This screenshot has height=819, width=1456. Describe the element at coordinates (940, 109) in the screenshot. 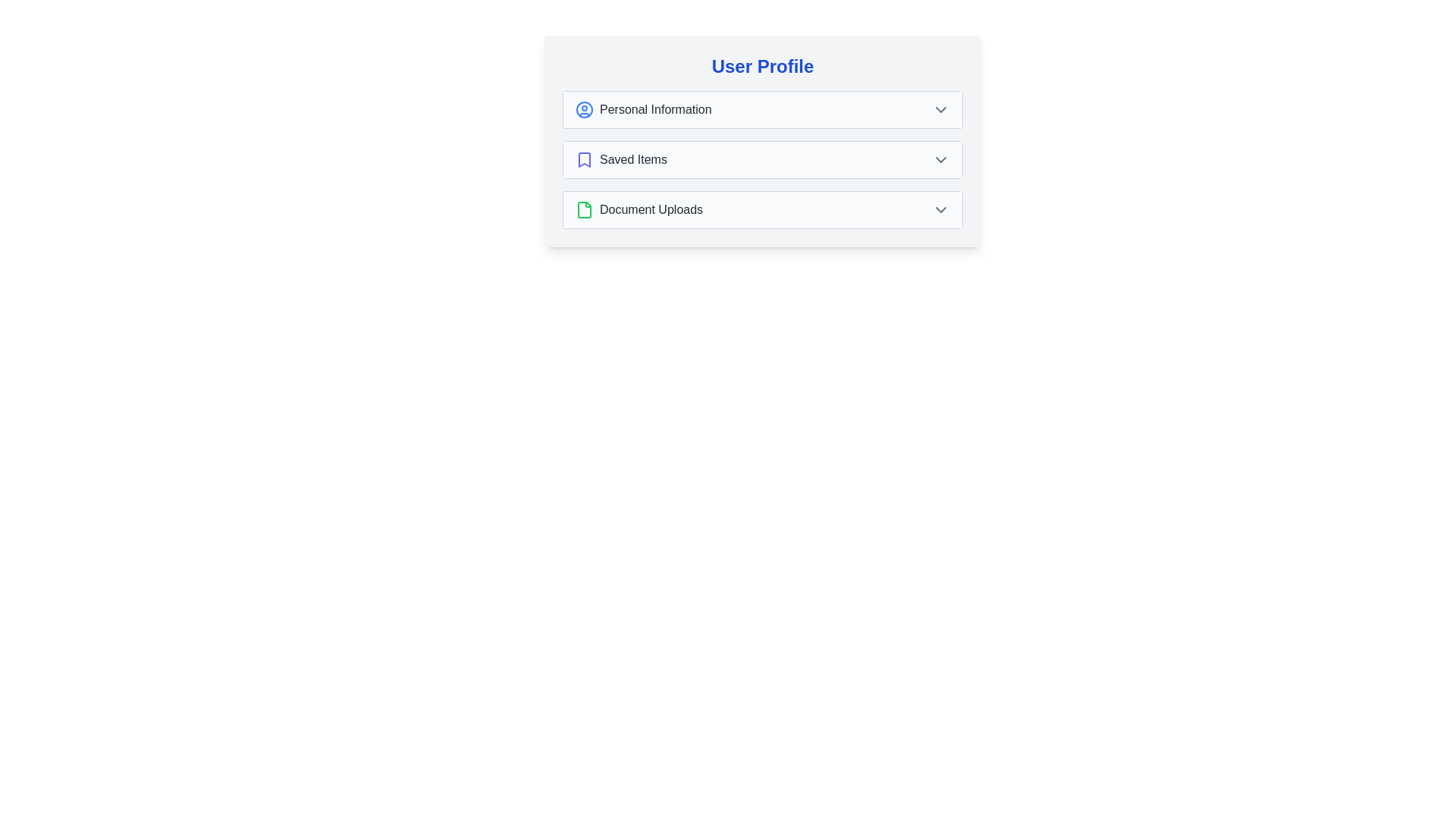

I see `the small, downward-pointing gray outlined arrow icon located on the far-right end of the 'Personal Information' section in the user profile interface` at that location.